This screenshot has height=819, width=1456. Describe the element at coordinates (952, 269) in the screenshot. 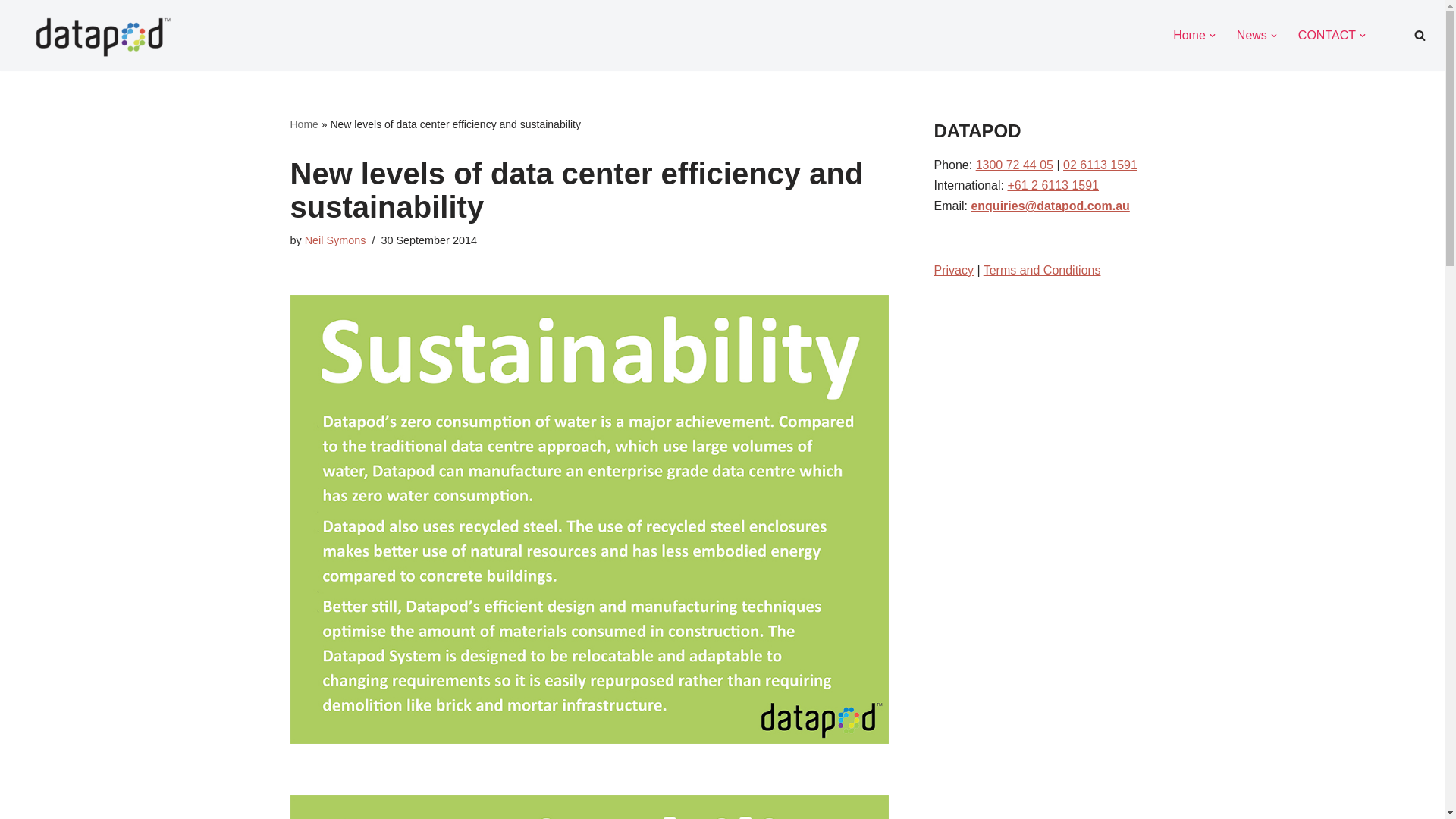

I see `'Privacy'` at that location.